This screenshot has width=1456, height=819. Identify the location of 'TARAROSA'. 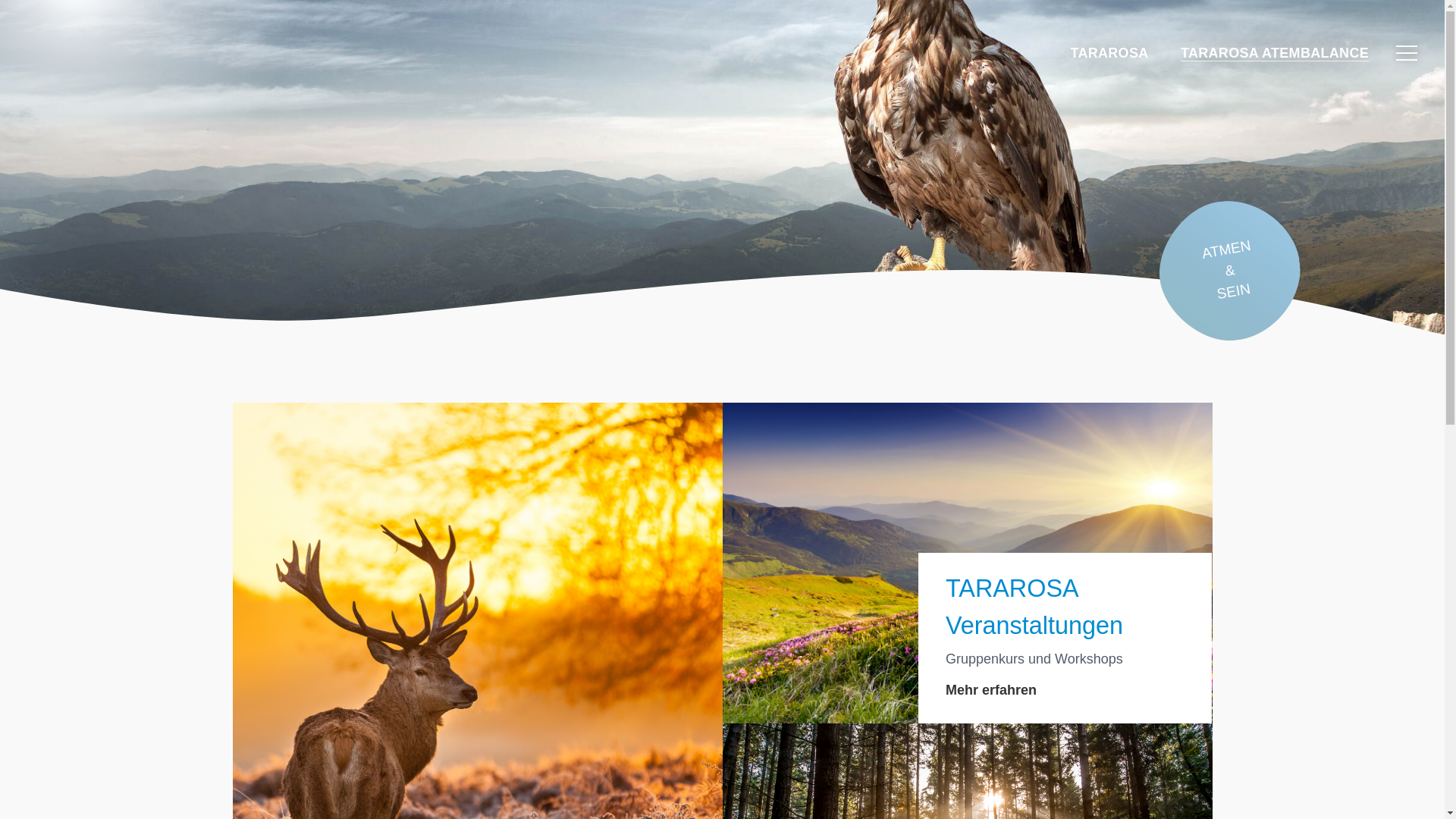
(1069, 52).